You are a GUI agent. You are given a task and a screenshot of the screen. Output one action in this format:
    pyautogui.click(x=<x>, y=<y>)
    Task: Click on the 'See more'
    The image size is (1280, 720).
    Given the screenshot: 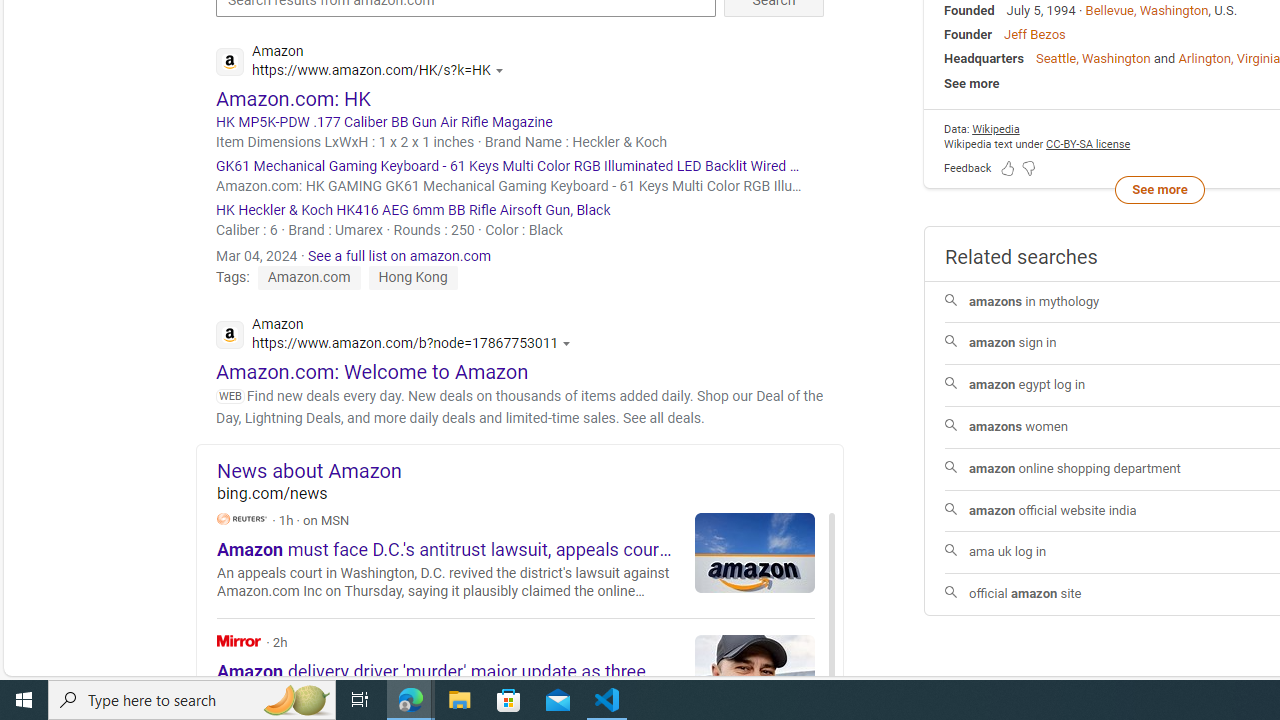 What is the action you would take?
    pyautogui.click(x=1159, y=189)
    